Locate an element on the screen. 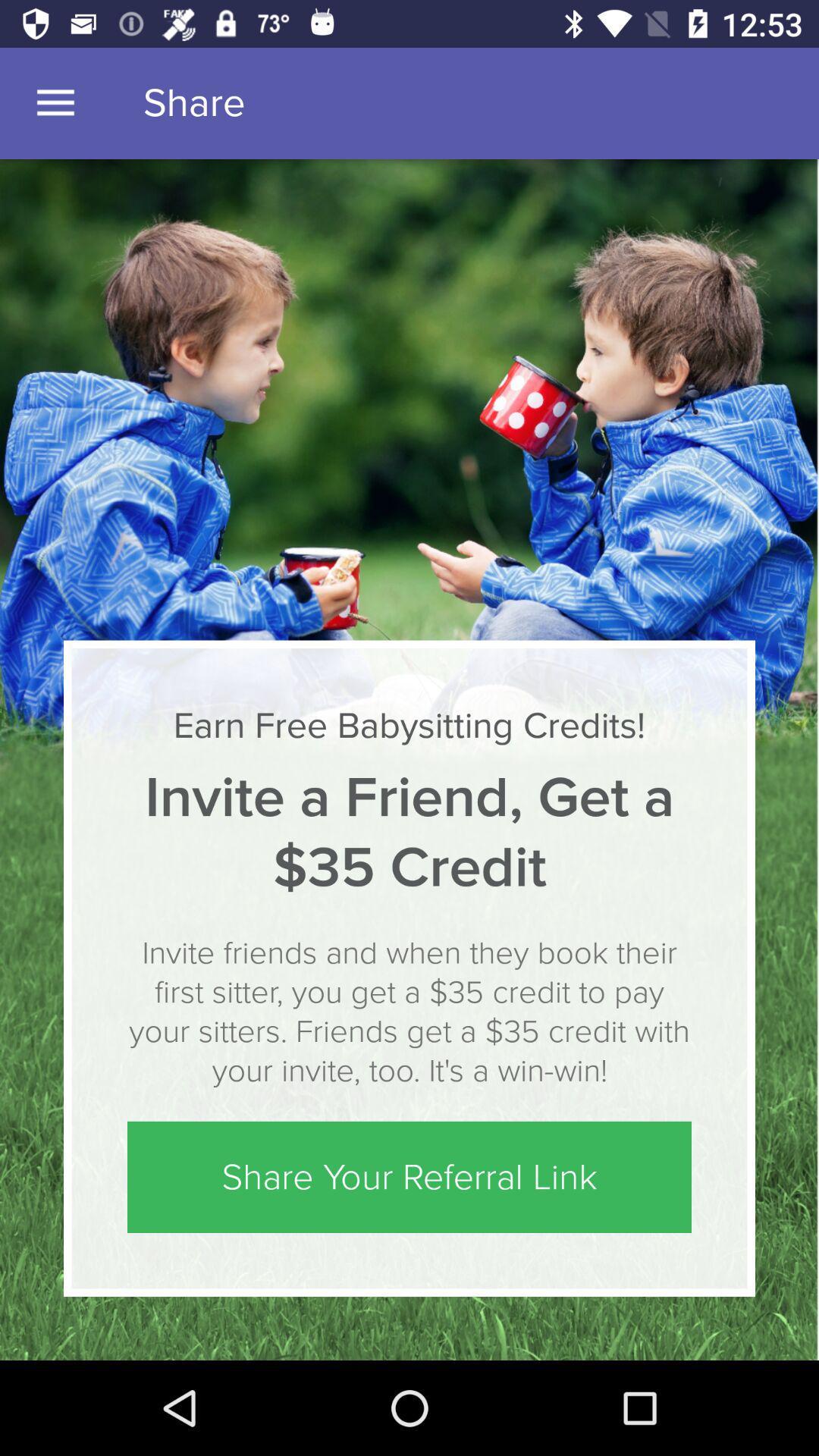 This screenshot has height=1456, width=819. item to the left of the share is located at coordinates (55, 102).